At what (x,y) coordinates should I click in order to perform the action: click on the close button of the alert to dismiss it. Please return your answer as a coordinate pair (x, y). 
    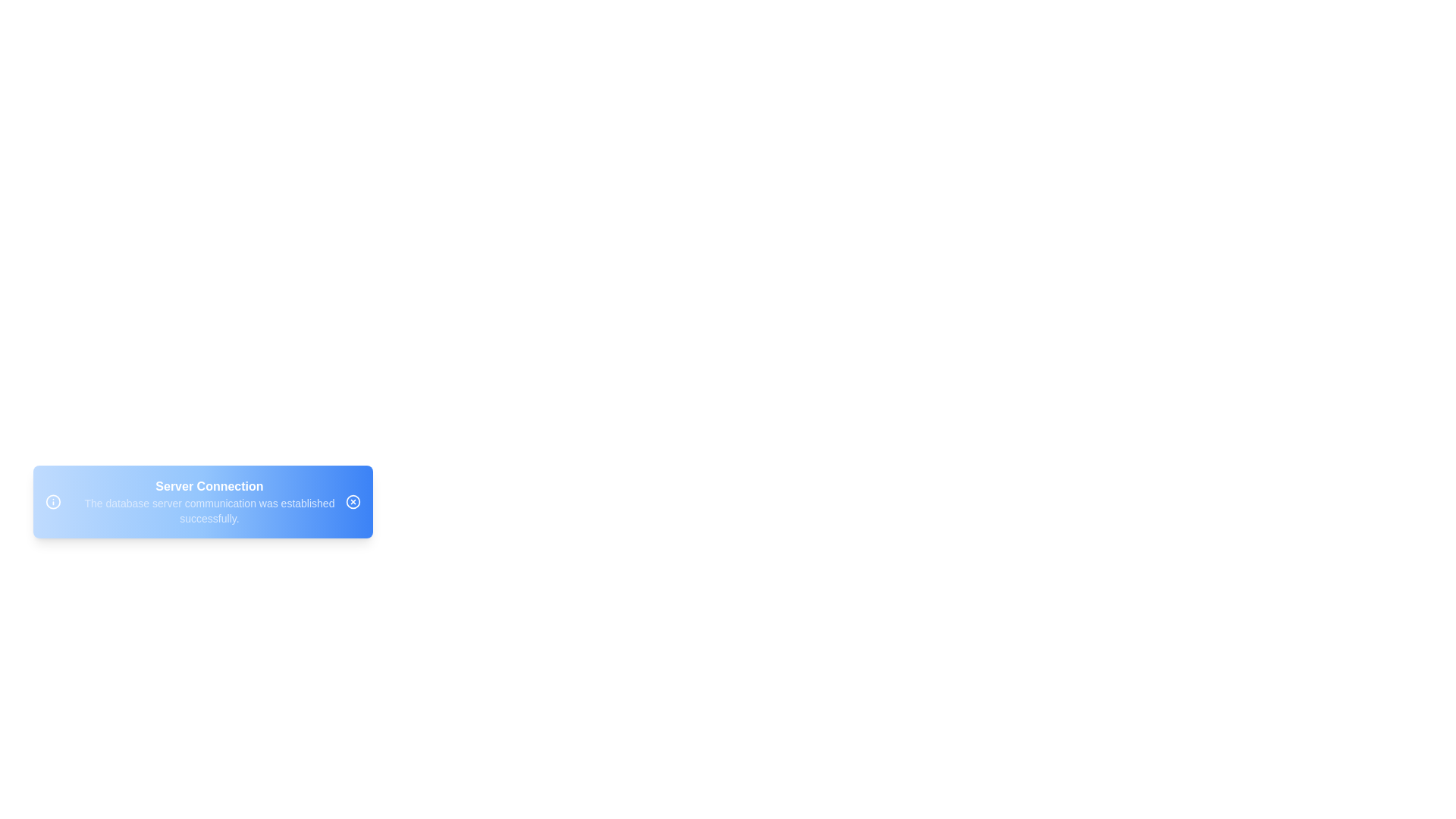
    Looking at the image, I should click on (352, 502).